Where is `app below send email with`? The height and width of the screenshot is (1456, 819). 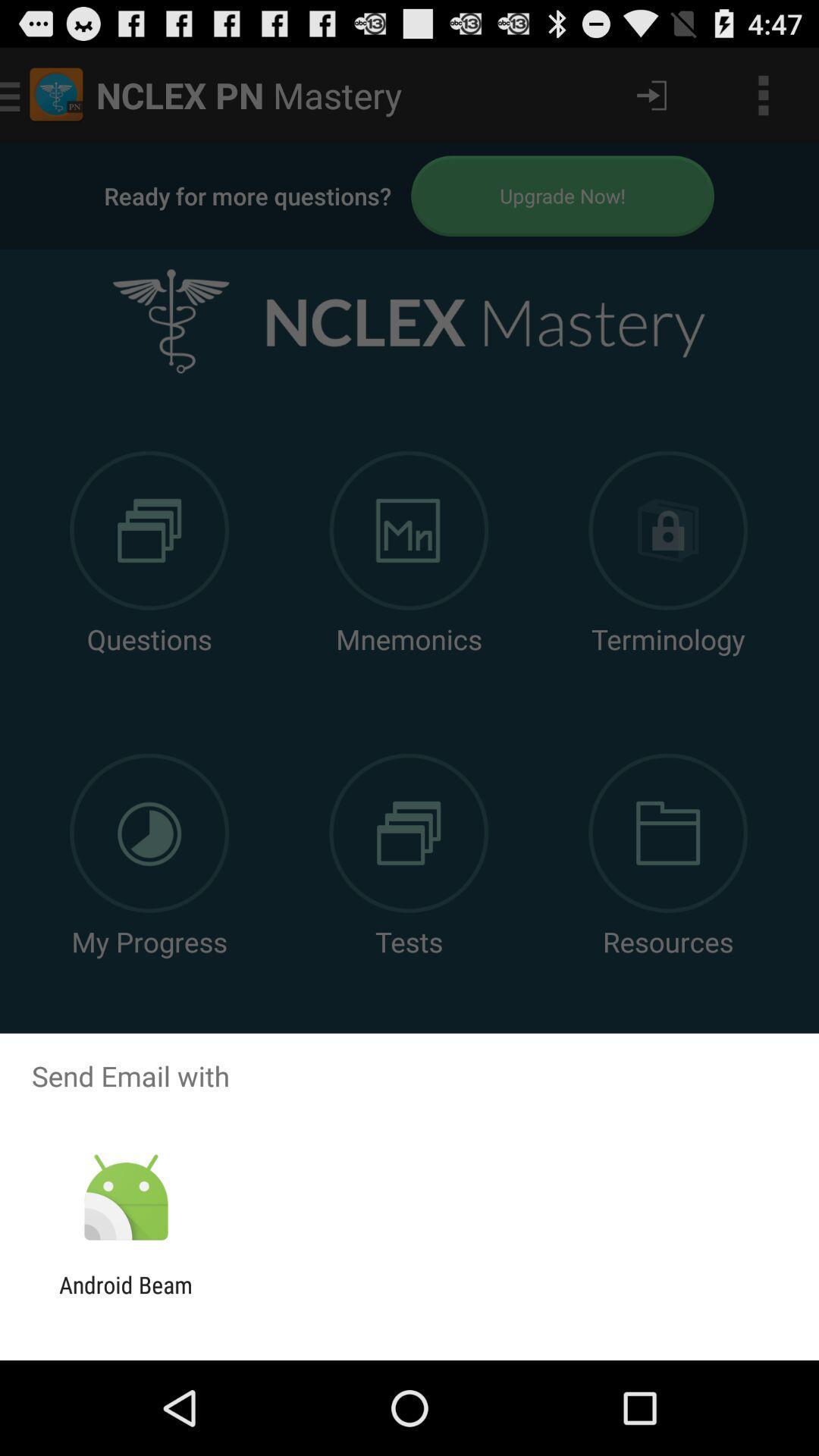
app below send email with is located at coordinates (125, 1197).